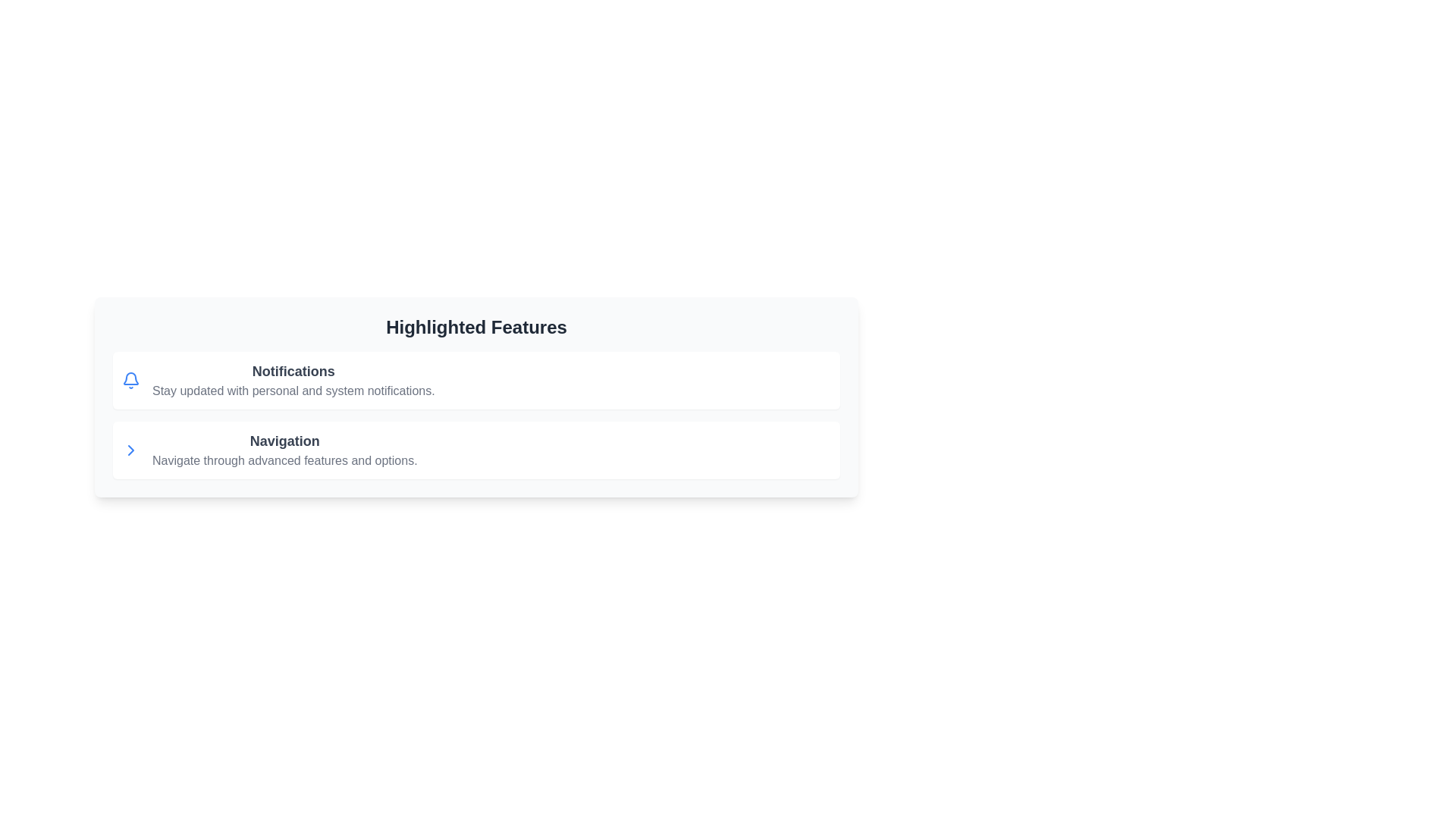 The height and width of the screenshot is (819, 1456). What do you see at coordinates (284, 460) in the screenshot?
I see `the static text element that reads 'Navigate through advanced features and options', which is styled in gray and positioned beneath the 'Navigation' heading` at bounding box center [284, 460].